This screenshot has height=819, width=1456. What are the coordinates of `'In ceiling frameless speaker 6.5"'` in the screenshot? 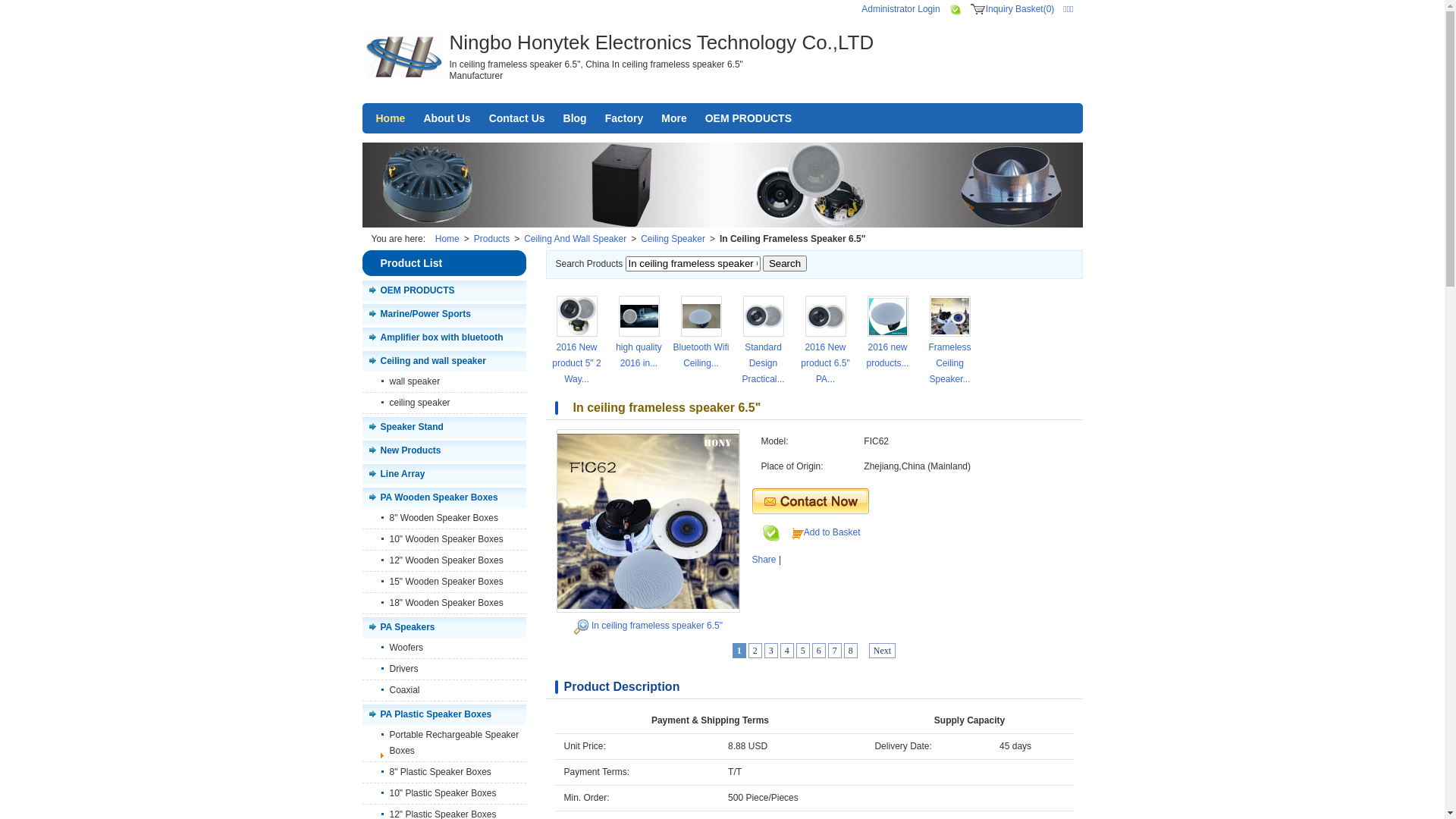 It's located at (648, 519).